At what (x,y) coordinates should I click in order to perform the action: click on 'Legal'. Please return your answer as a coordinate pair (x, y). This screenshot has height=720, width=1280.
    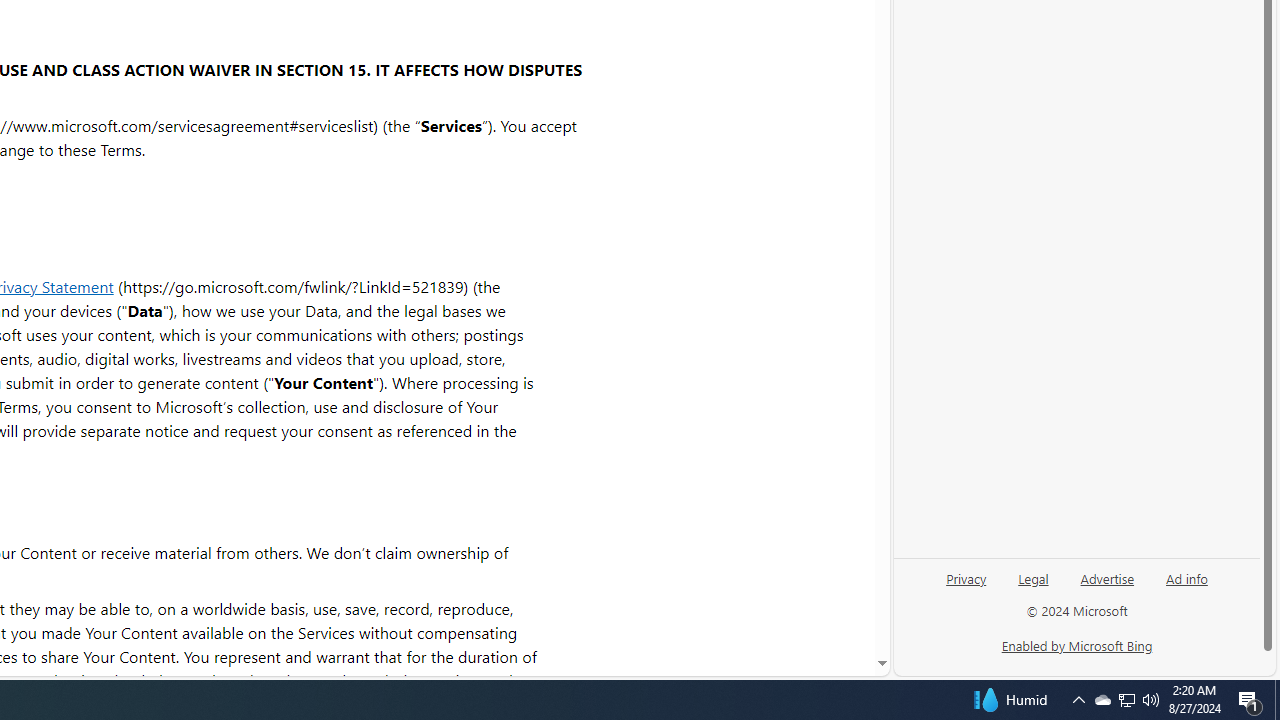
    Looking at the image, I should click on (1033, 585).